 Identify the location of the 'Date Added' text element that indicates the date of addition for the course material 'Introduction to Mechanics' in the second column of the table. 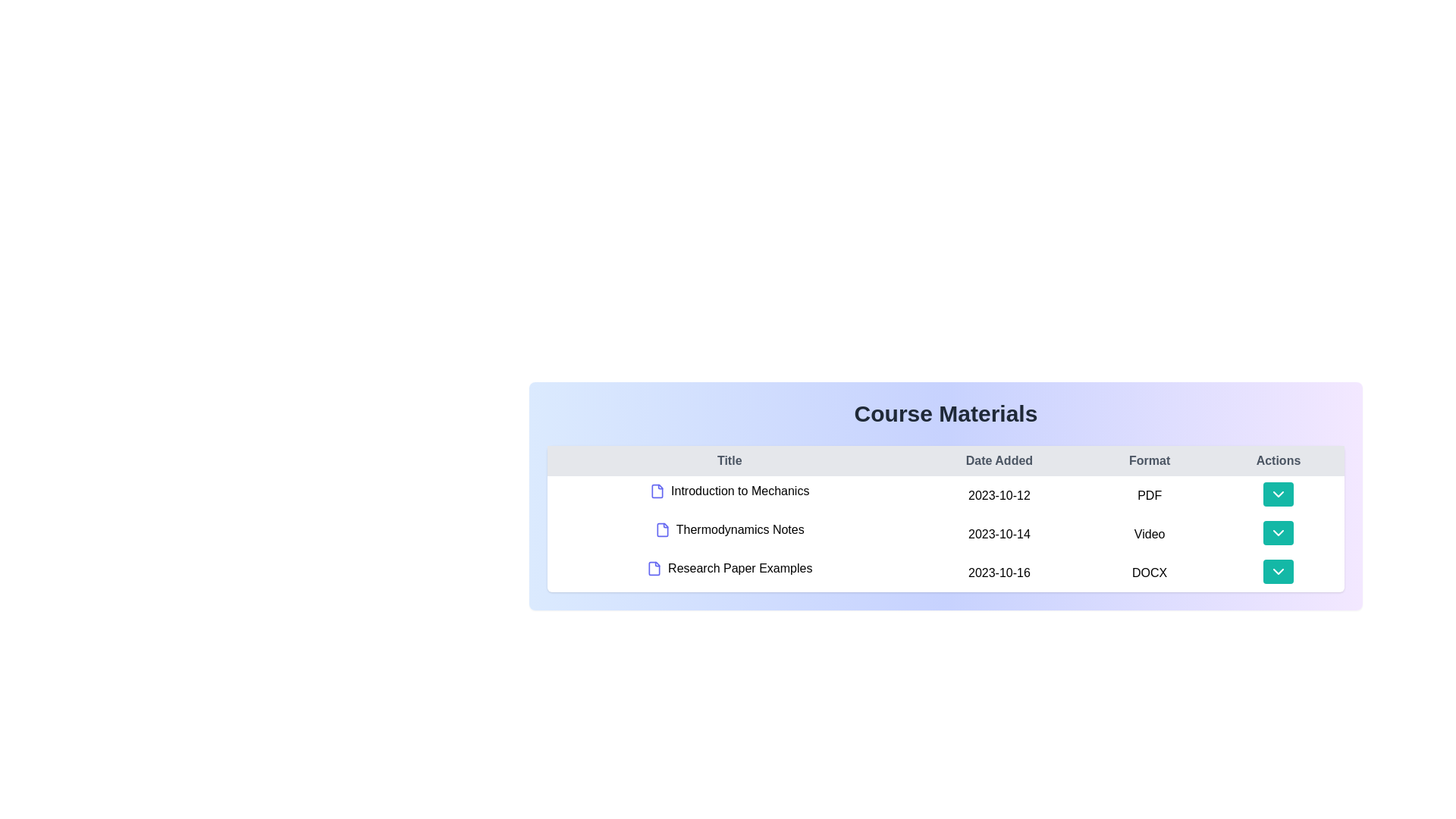
(999, 495).